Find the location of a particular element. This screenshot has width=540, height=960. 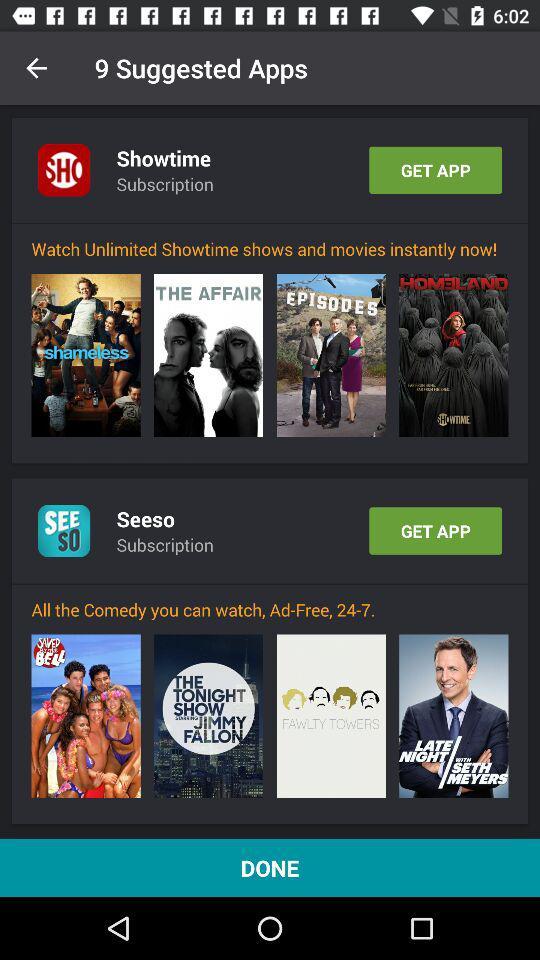

icon below all the comedy item is located at coordinates (85, 716).